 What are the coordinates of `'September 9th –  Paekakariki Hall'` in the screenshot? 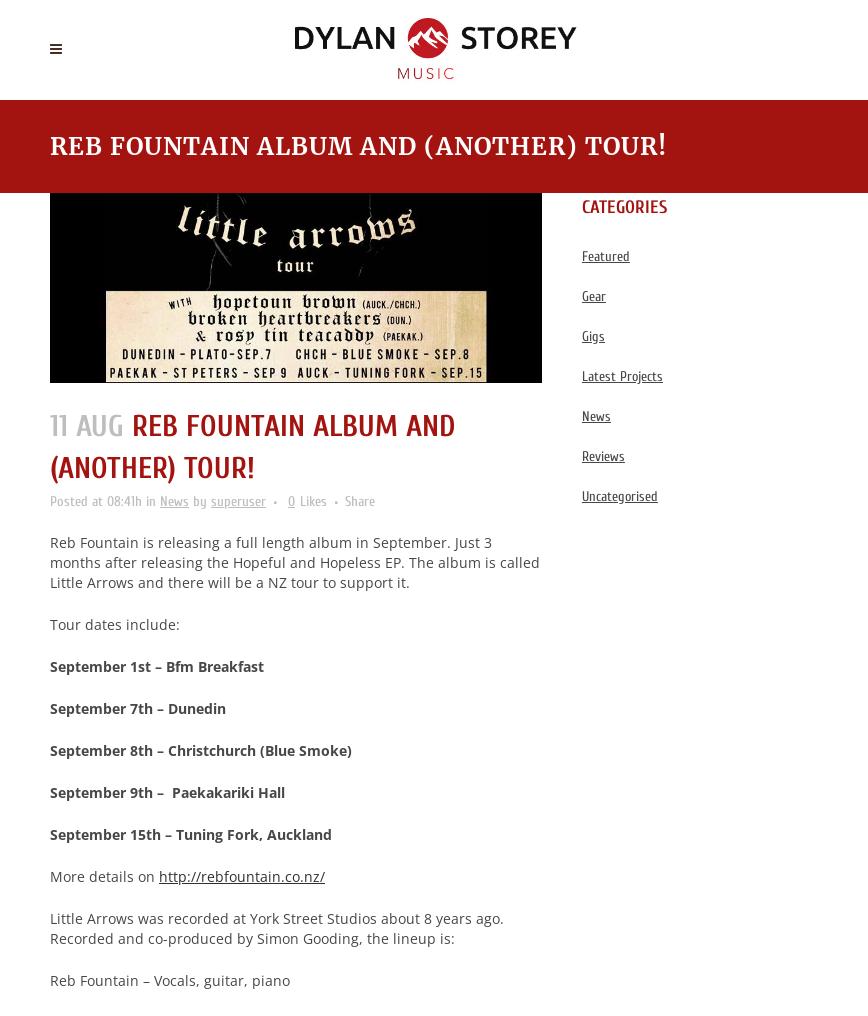 It's located at (169, 791).